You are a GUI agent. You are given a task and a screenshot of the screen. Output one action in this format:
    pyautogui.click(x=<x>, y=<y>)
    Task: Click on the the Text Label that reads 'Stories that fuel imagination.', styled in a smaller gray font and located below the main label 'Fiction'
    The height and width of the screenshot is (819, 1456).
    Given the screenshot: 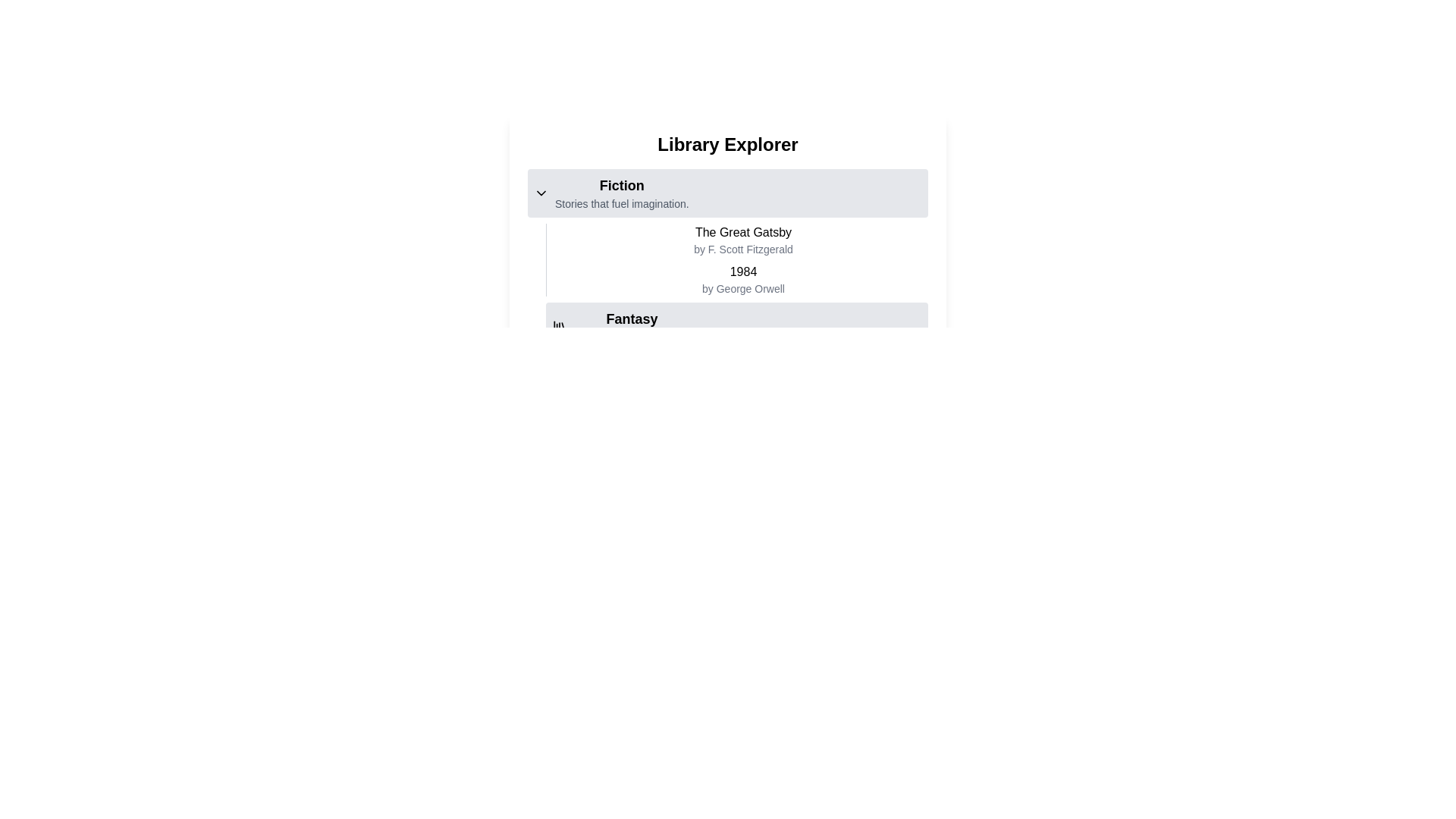 What is the action you would take?
    pyautogui.click(x=622, y=203)
    